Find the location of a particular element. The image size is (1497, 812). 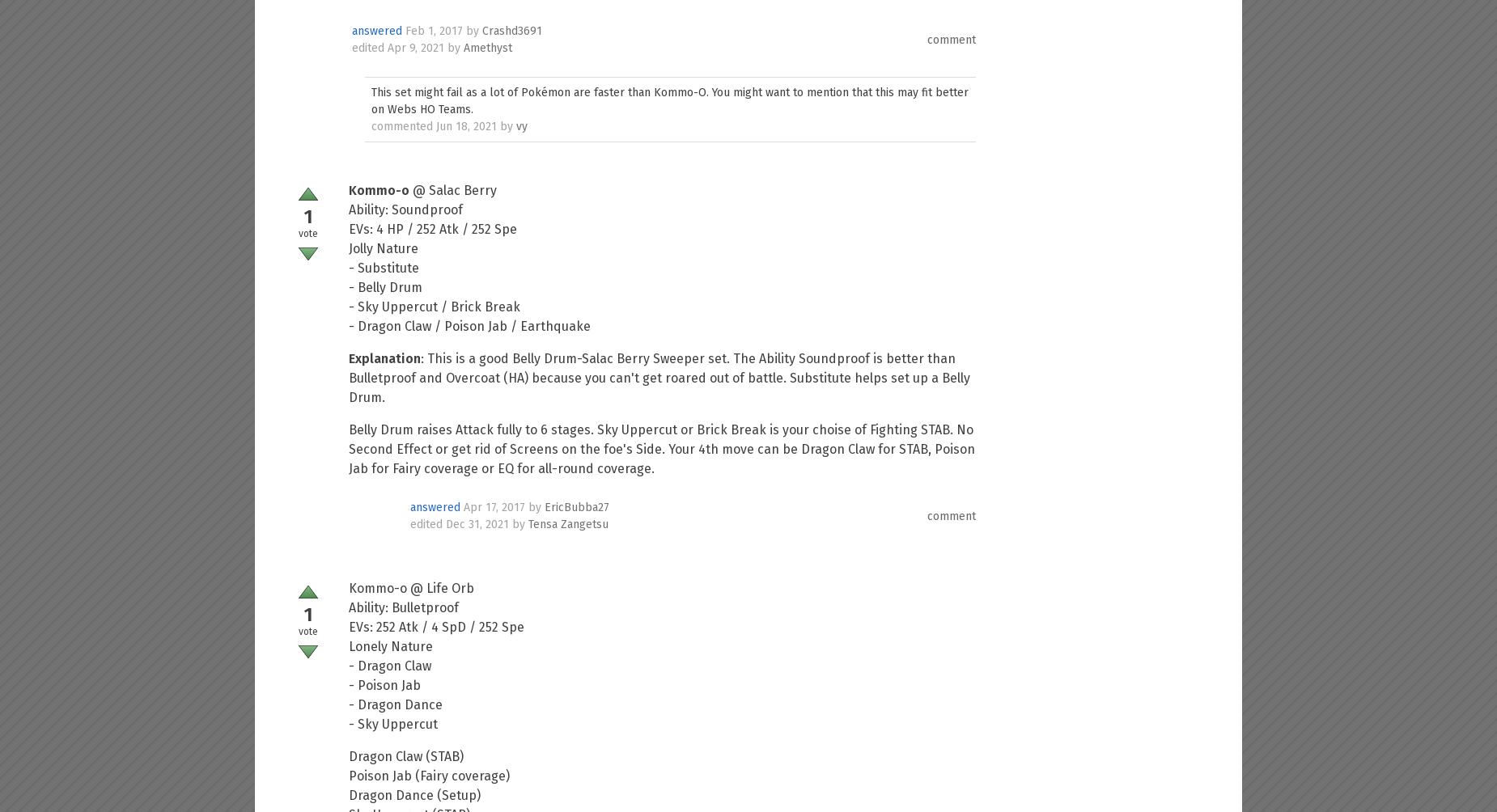

'Apr 9, 2021' is located at coordinates (415, 48).